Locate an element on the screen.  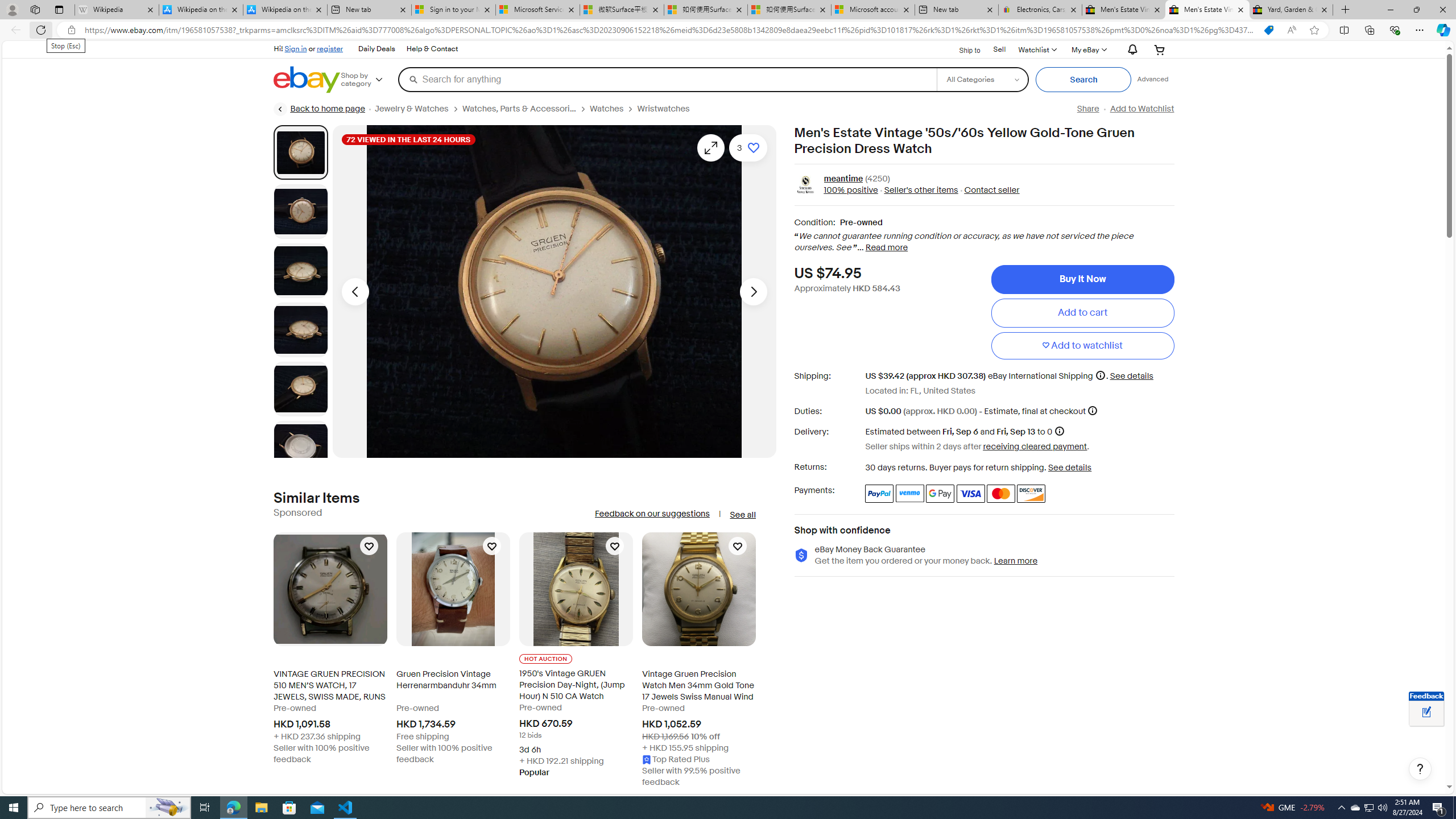
'Opens image gallery' is located at coordinates (711, 147).